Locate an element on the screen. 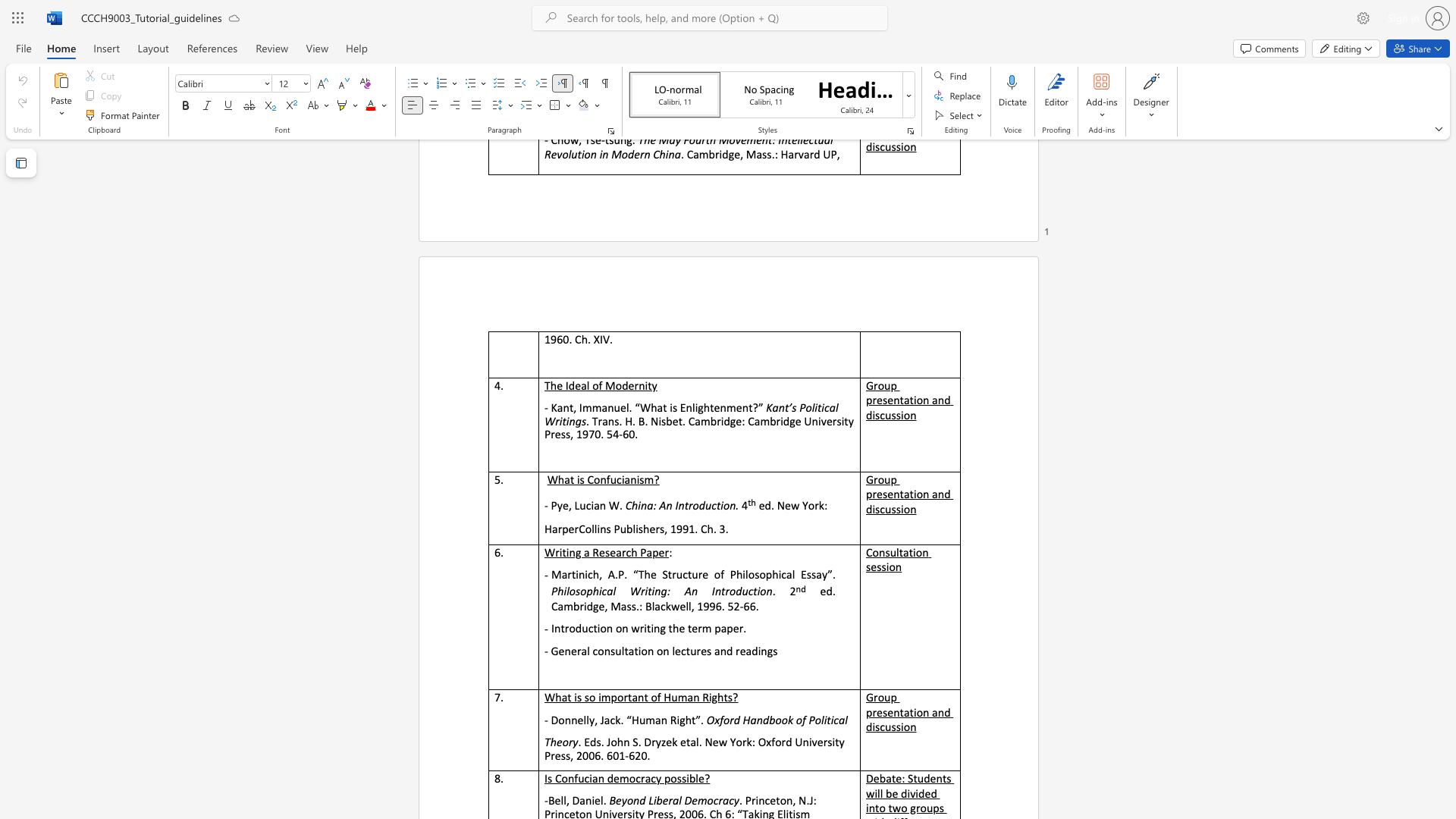  the subset text "presentation and discus" within the text "Group presentation and discussion" is located at coordinates (866, 494).